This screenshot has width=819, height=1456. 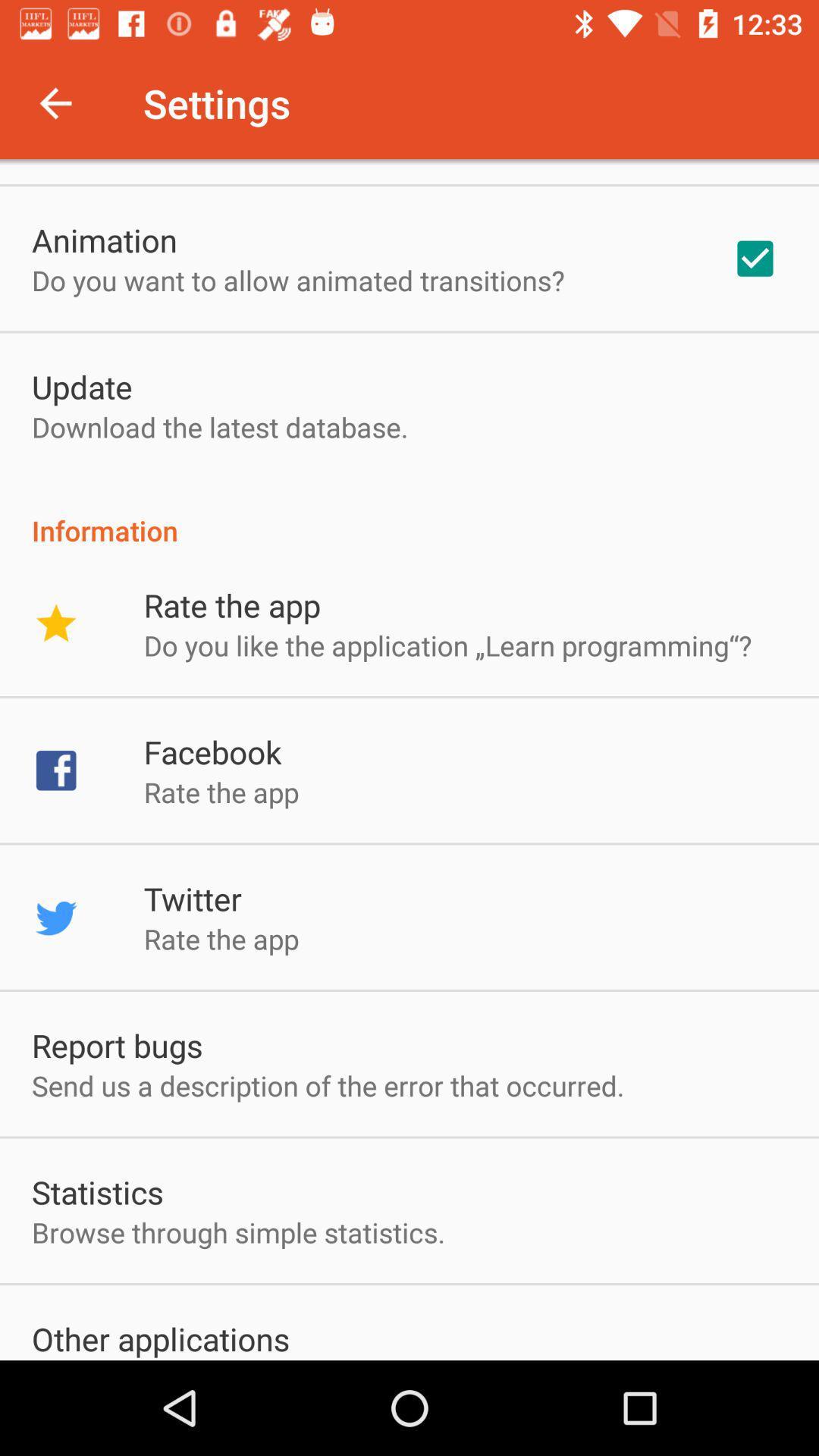 I want to click on the update item, so click(x=82, y=386).